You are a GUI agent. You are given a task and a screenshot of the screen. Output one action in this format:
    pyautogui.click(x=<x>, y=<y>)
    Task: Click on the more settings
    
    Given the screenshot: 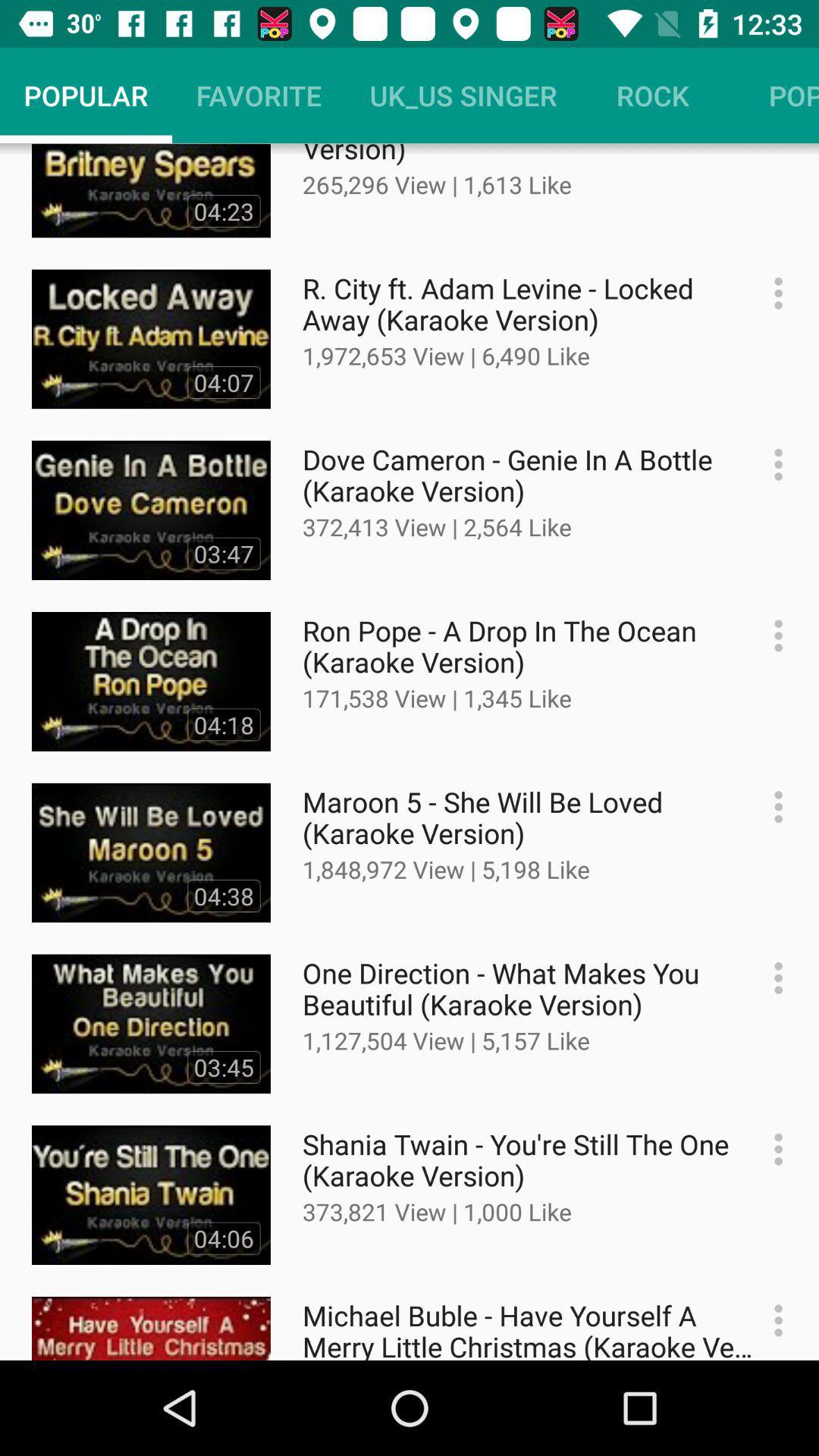 What is the action you would take?
    pyautogui.click(x=770, y=463)
    